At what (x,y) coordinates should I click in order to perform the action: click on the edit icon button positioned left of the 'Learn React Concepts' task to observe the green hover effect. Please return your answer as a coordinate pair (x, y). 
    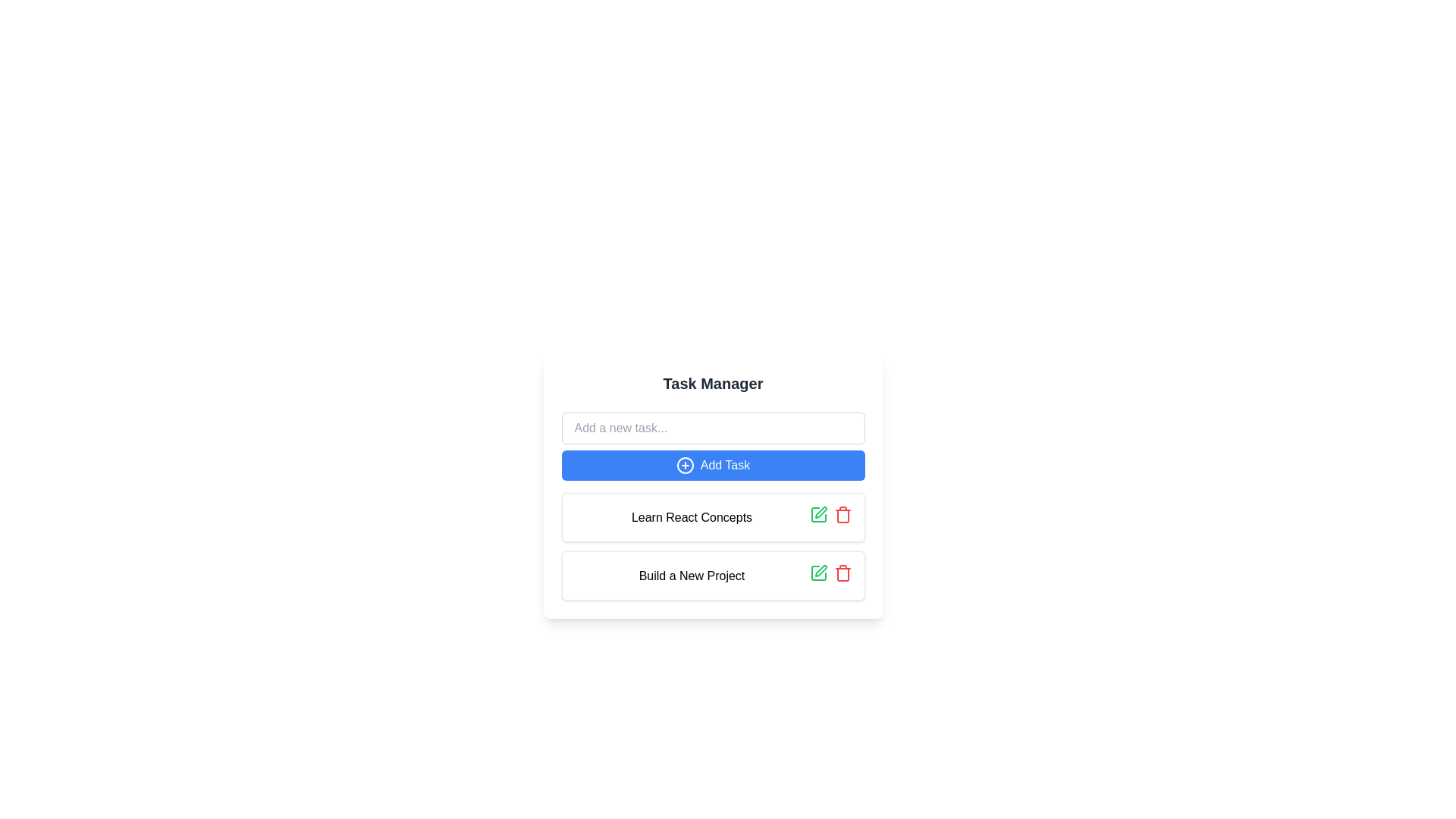
    Looking at the image, I should click on (817, 513).